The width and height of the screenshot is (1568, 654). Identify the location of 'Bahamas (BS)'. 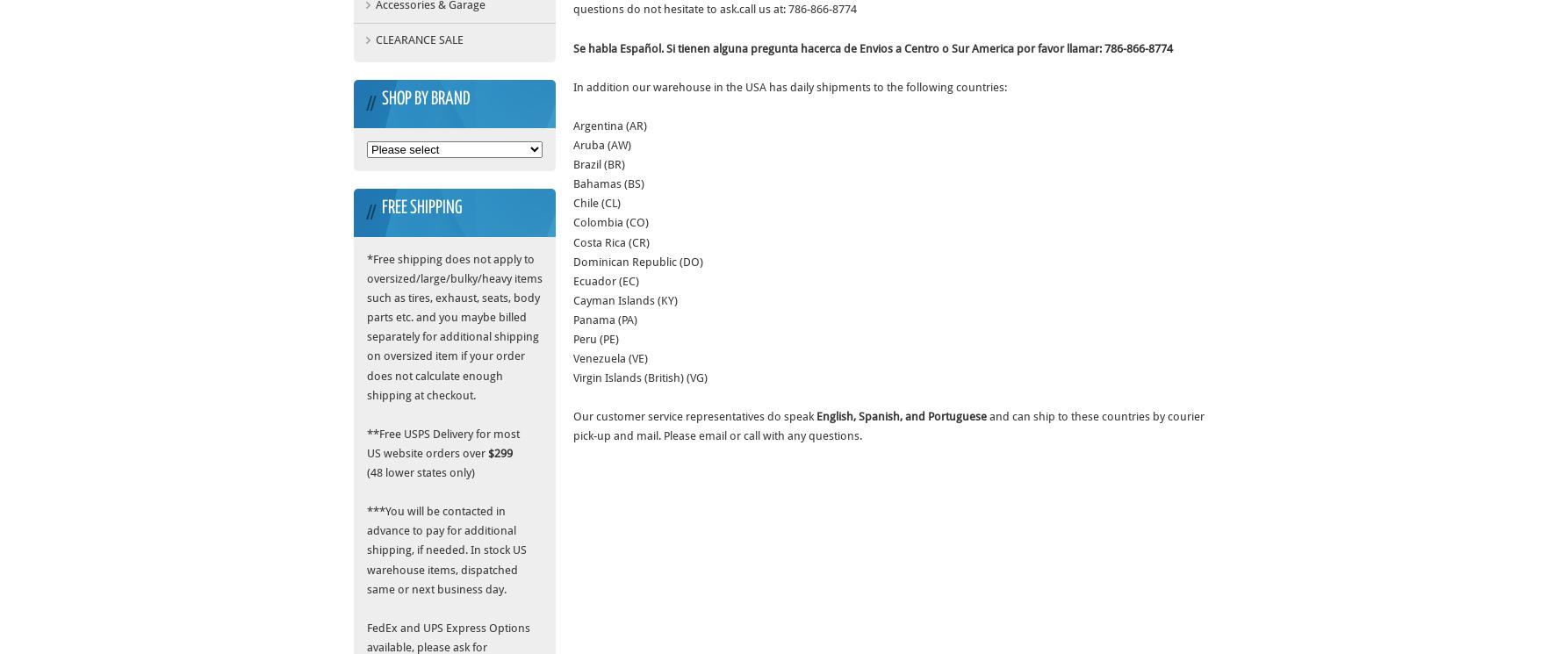
(608, 183).